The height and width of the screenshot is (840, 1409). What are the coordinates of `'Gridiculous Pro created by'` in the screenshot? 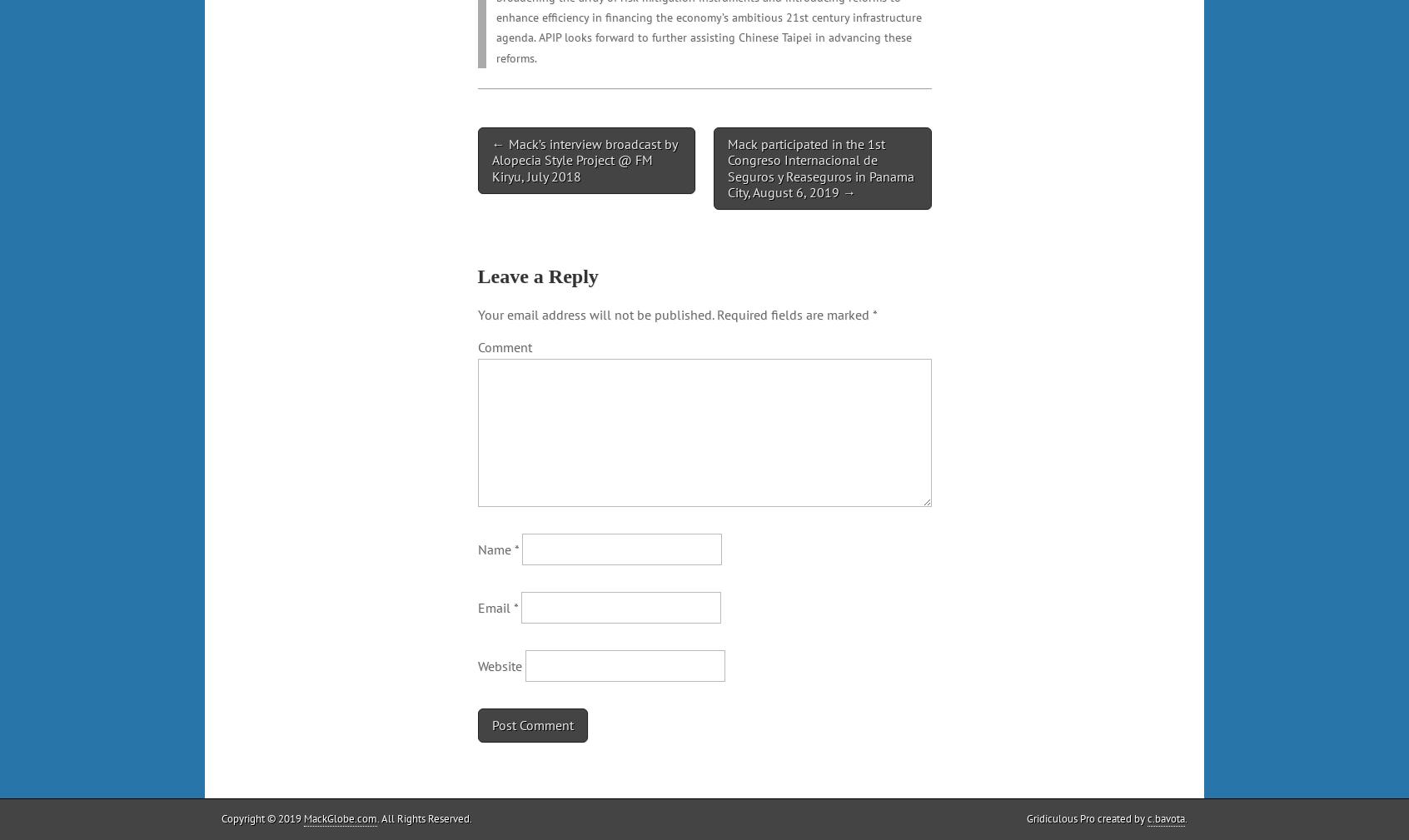 It's located at (1086, 818).